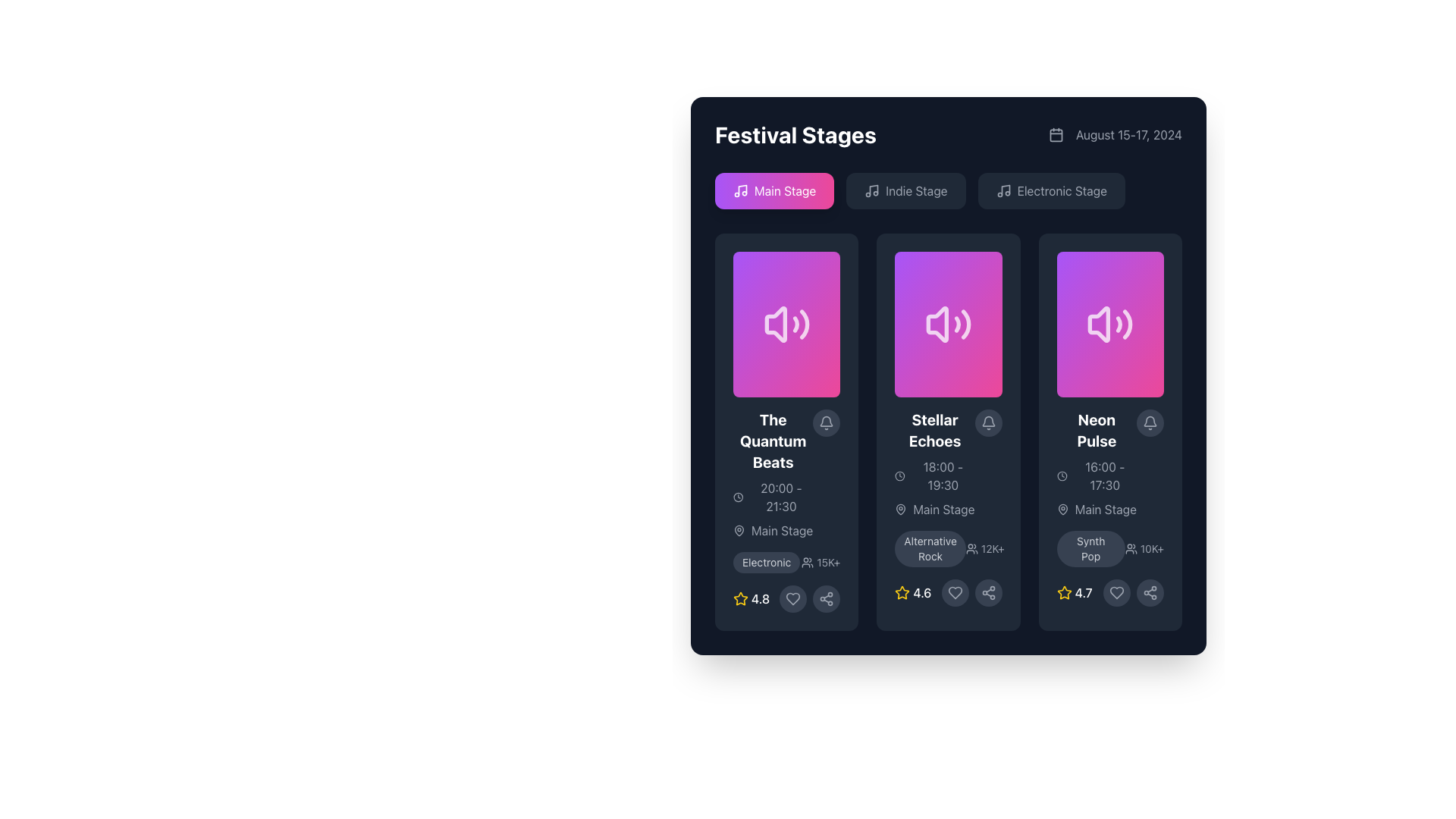 This screenshot has height=819, width=1456. I want to click on the star-shaped icon with a yellow outline located in the bottom-right card under the 'Festival Stages' section to interact with the rating, so click(1063, 592).